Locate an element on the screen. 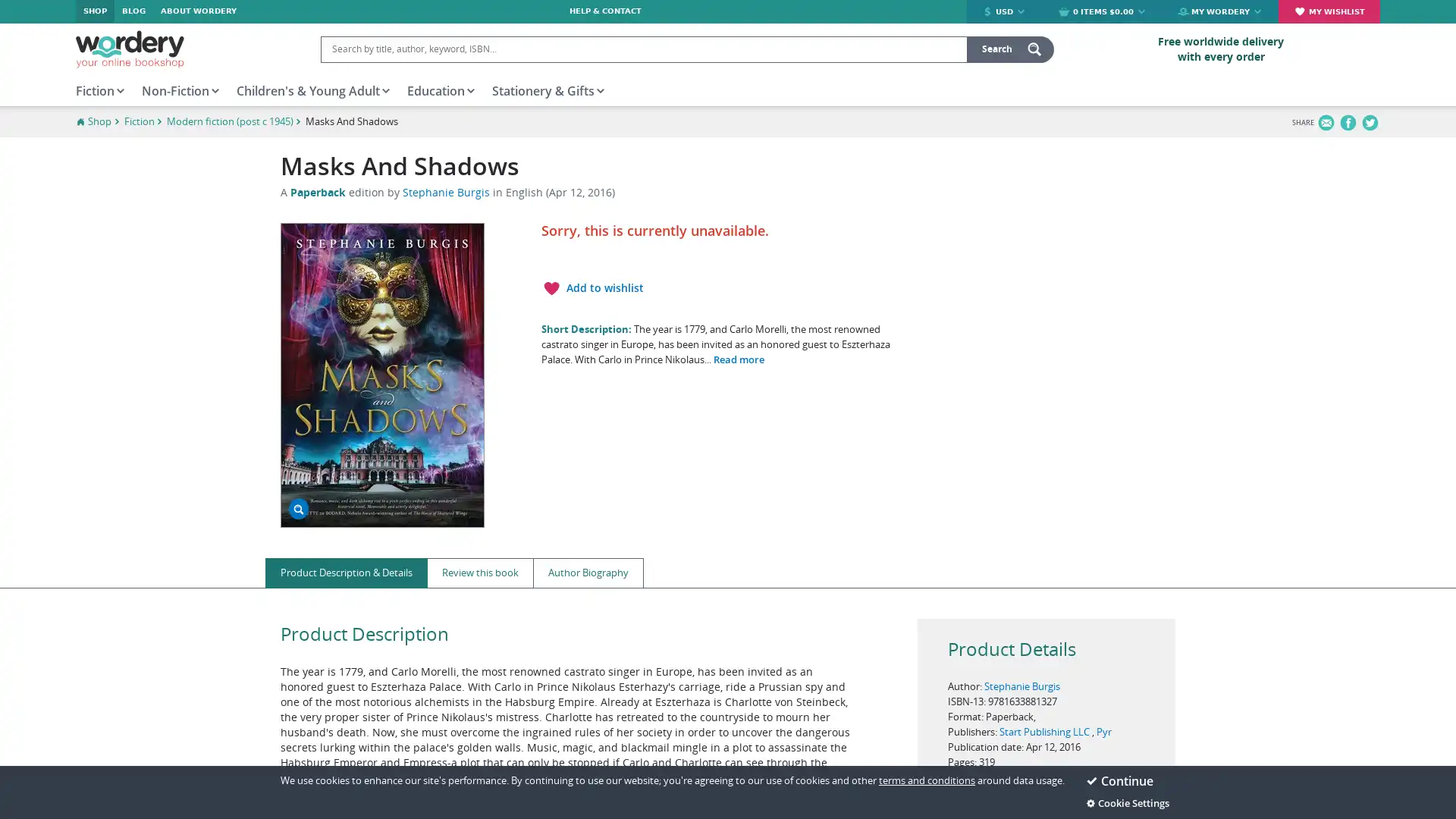  Add to wishlist is located at coordinates (591, 288).